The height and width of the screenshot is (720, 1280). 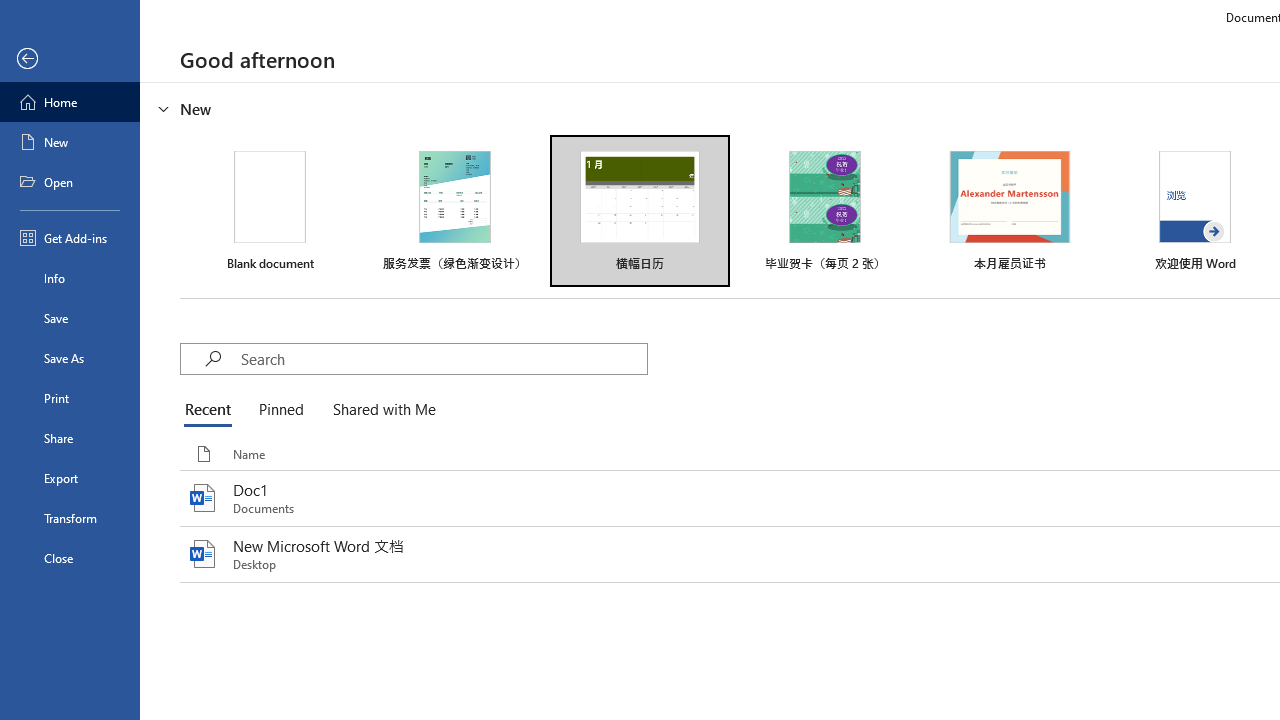 I want to click on 'Get Add-ins', so click(x=69, y=236).